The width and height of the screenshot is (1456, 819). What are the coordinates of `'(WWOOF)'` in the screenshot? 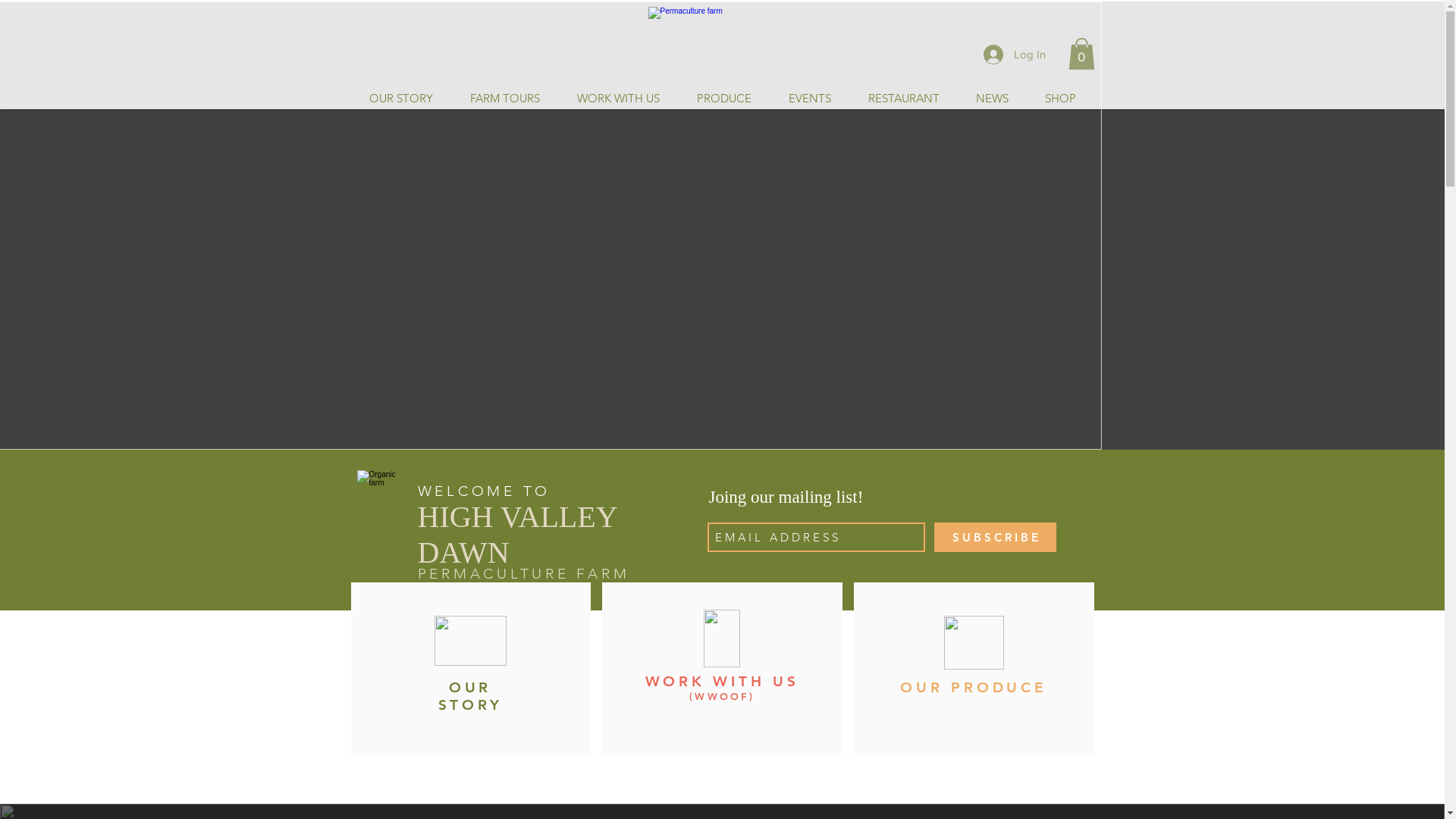 It's located at (720, 696).